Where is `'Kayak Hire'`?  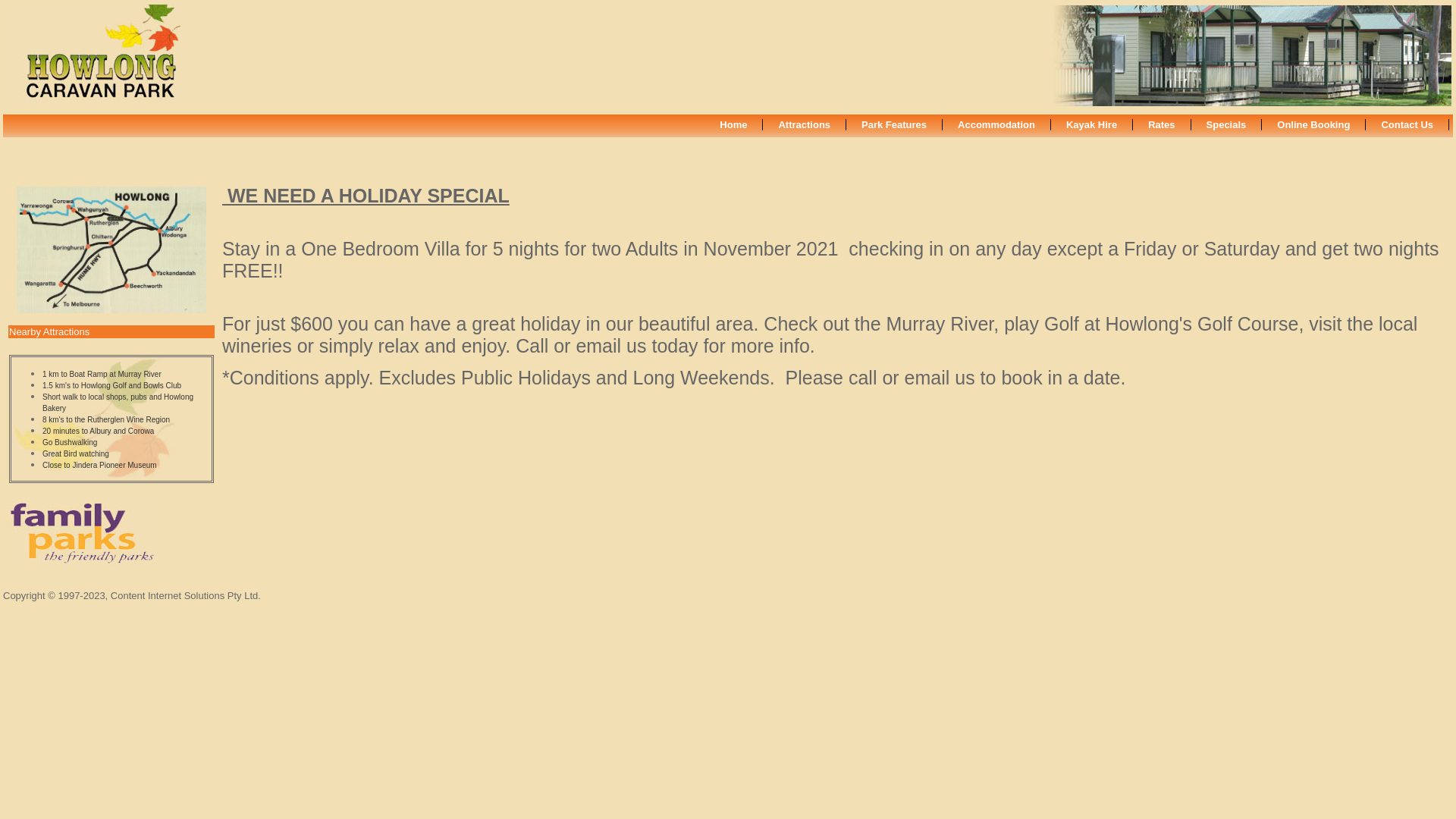
'Kayak Hire' is located at coordinates (1092, 124).